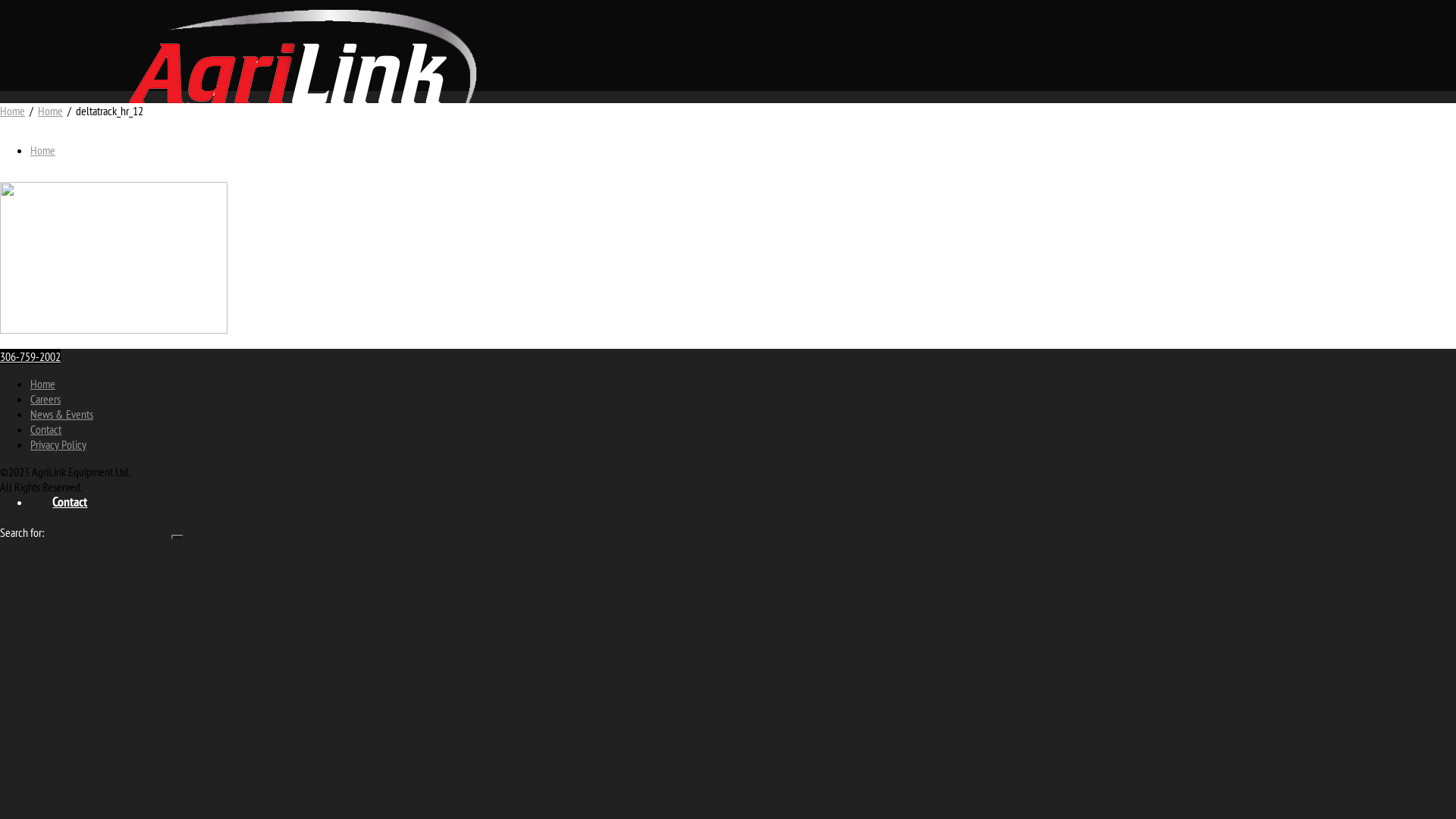 The height and width of the screenshot is (819, 1456). I want to click on 'Careers', so click(45, 397).